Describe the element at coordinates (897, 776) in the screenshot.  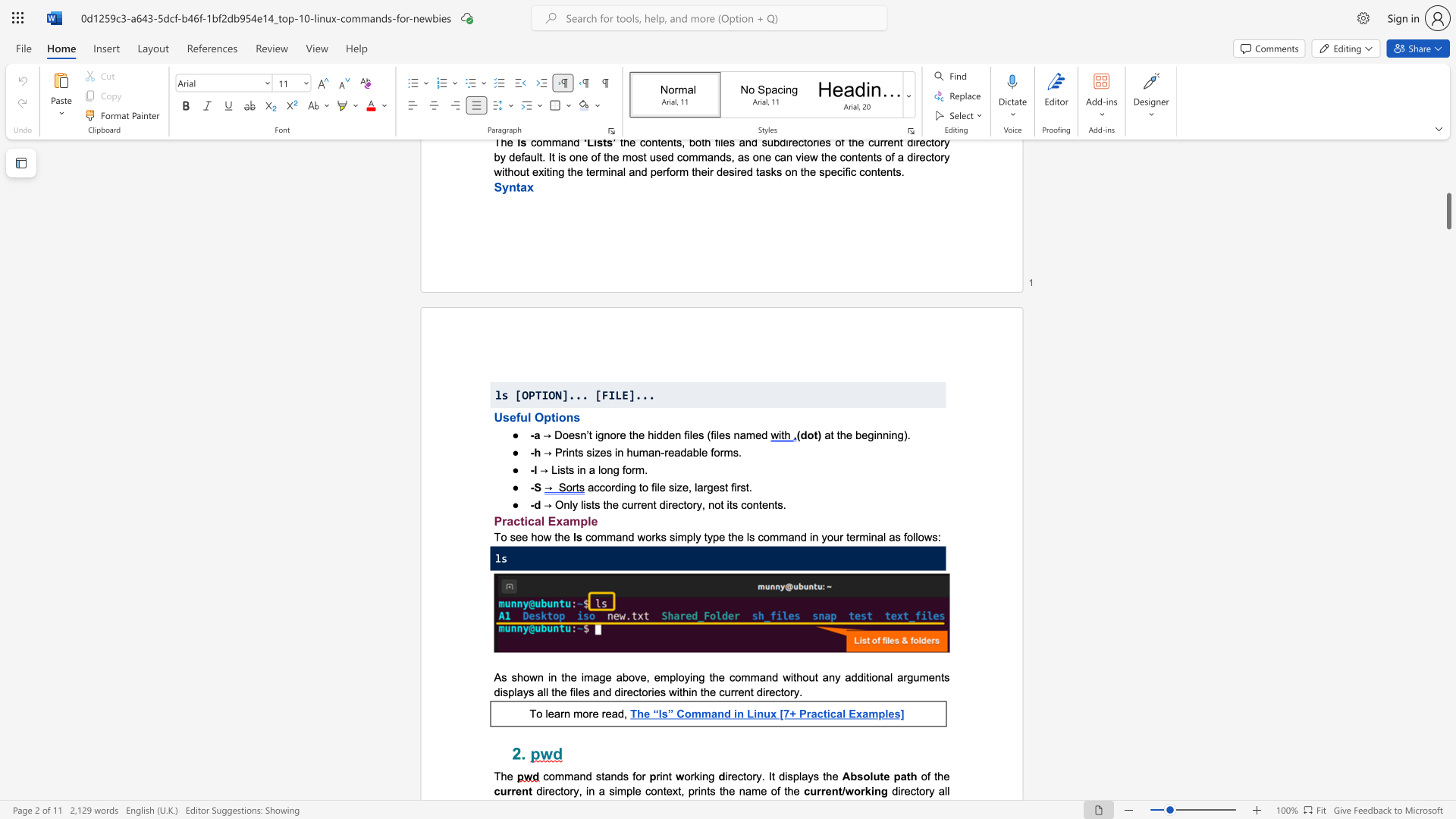
I see `the 1th character "p" in the text` at that location.